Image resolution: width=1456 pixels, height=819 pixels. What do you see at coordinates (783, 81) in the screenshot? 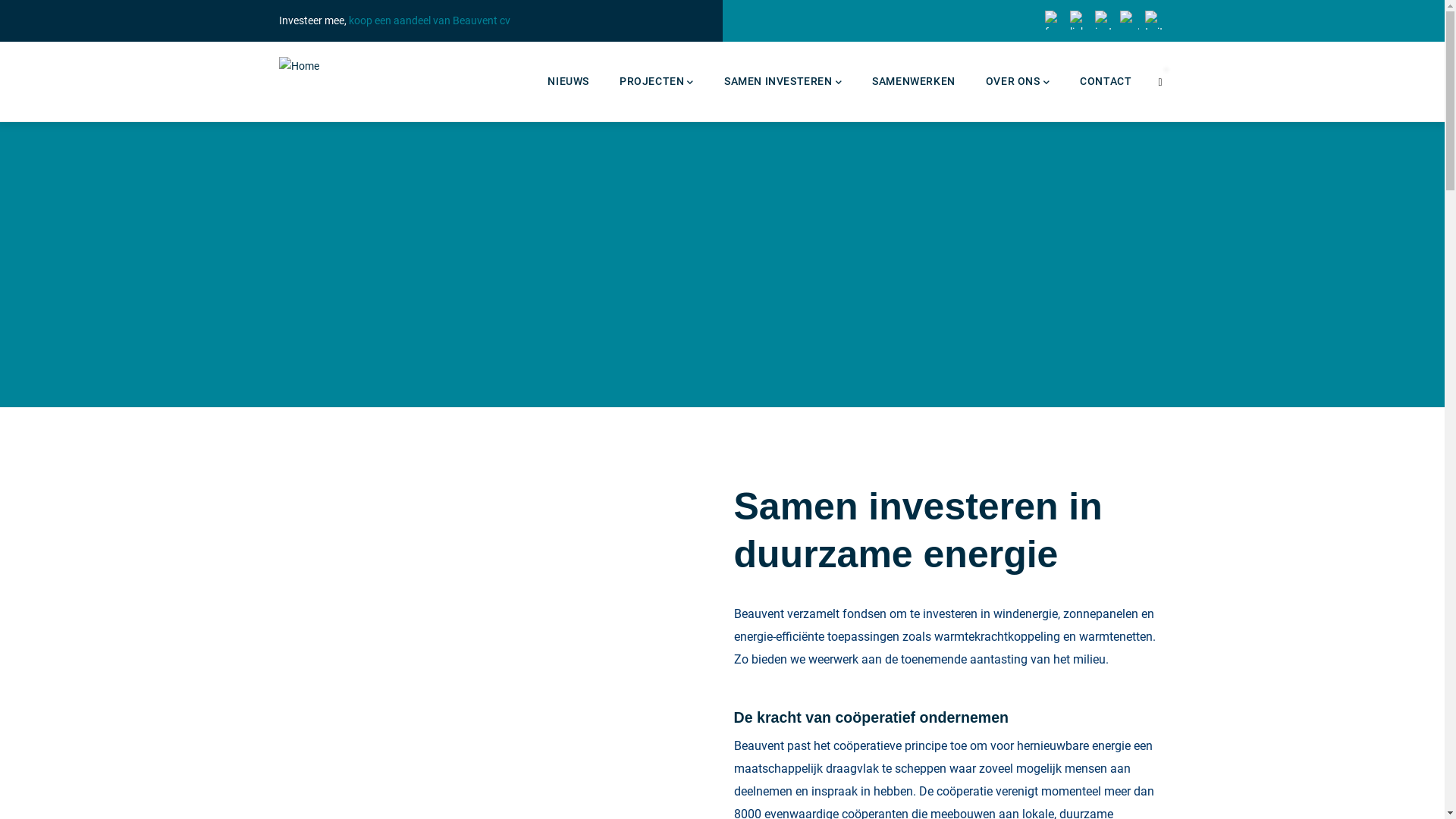
I see `'SAMEN INVESTEREN'` at bounding box center [783, 81].